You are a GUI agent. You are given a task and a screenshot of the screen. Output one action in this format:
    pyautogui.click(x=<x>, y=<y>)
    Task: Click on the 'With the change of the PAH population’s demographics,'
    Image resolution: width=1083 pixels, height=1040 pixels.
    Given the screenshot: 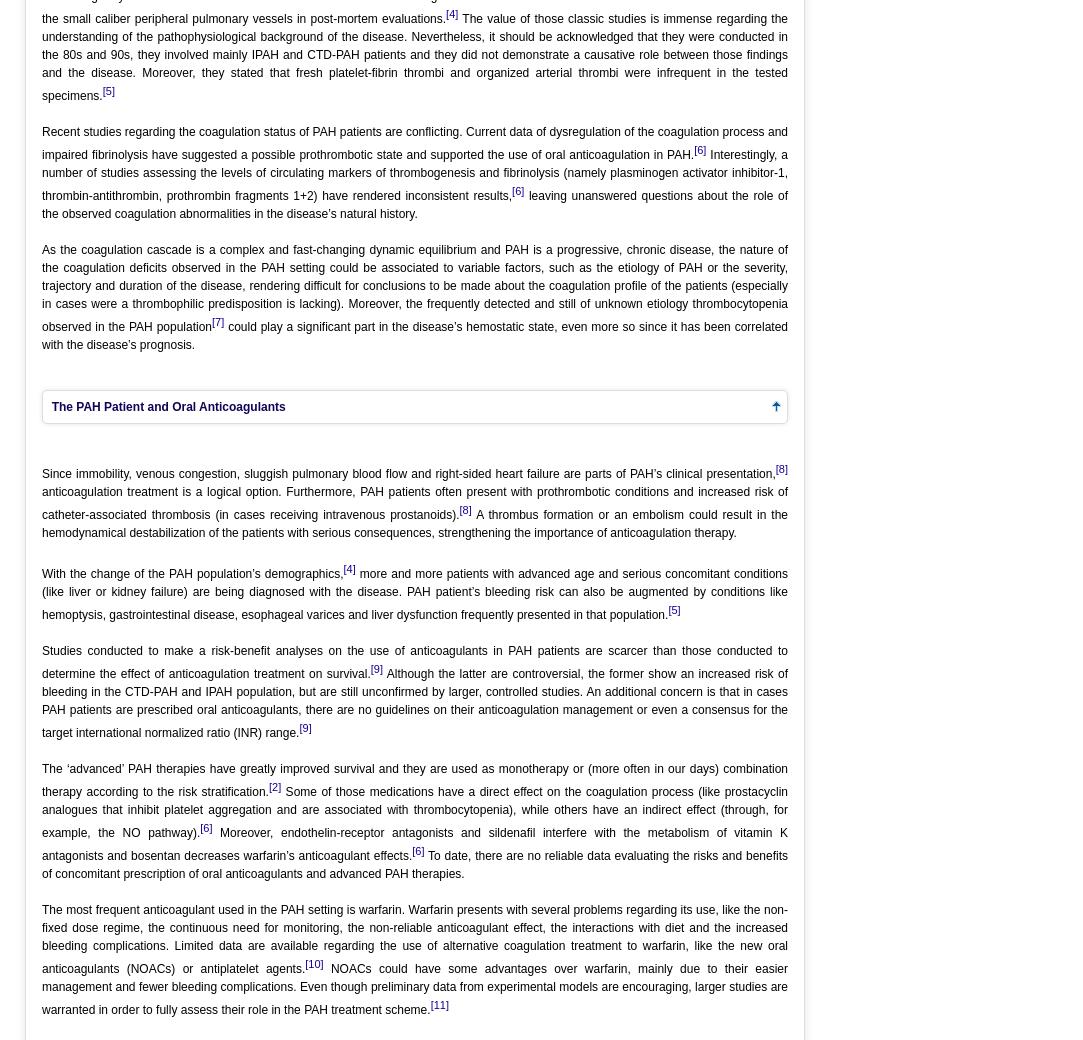 What is the action you would take?
    pyautogui.click(x=191, y=572)
    